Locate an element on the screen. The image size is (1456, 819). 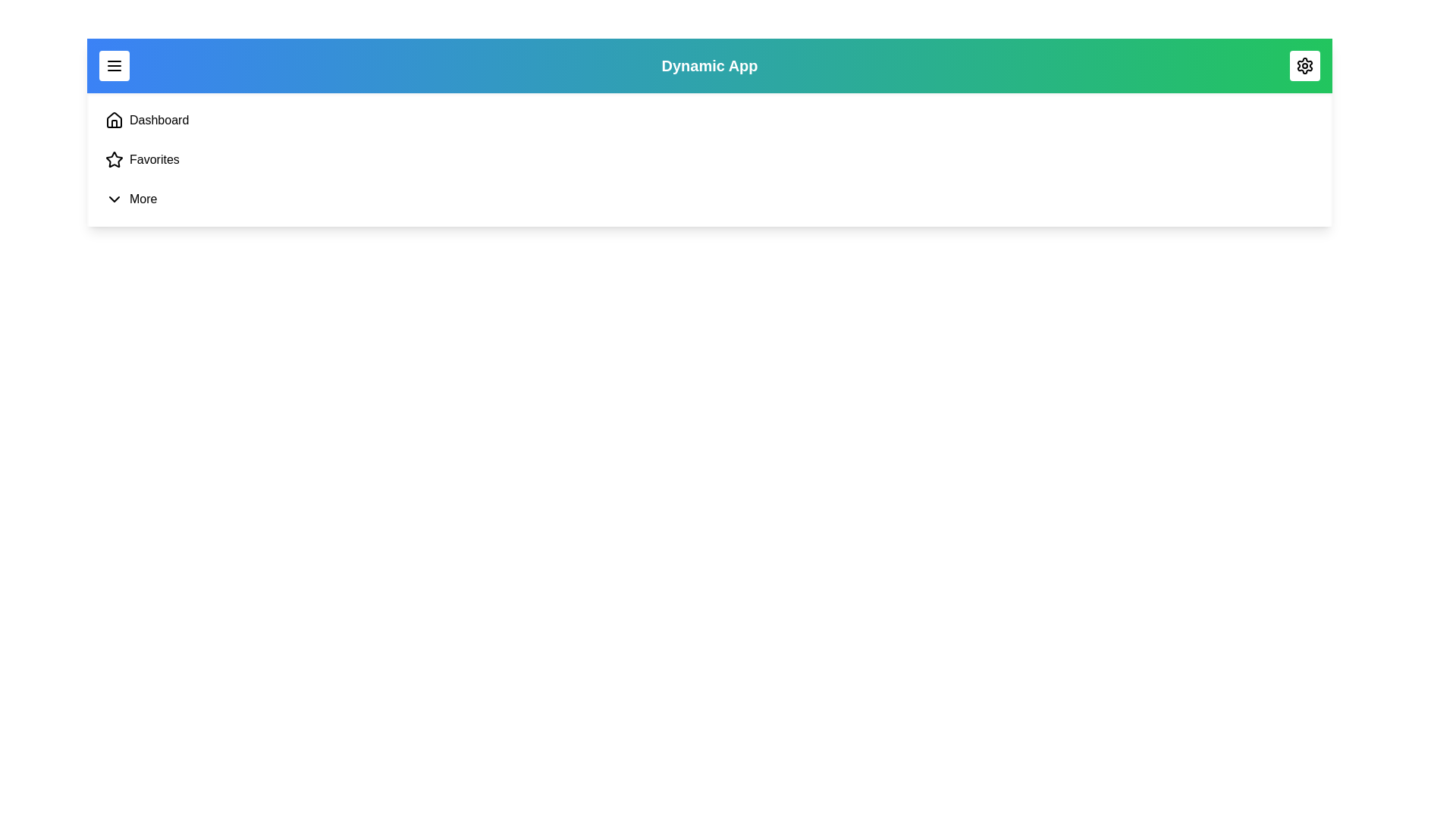
the navigation link labeled Dashboard is located at coordinates (159, 119).